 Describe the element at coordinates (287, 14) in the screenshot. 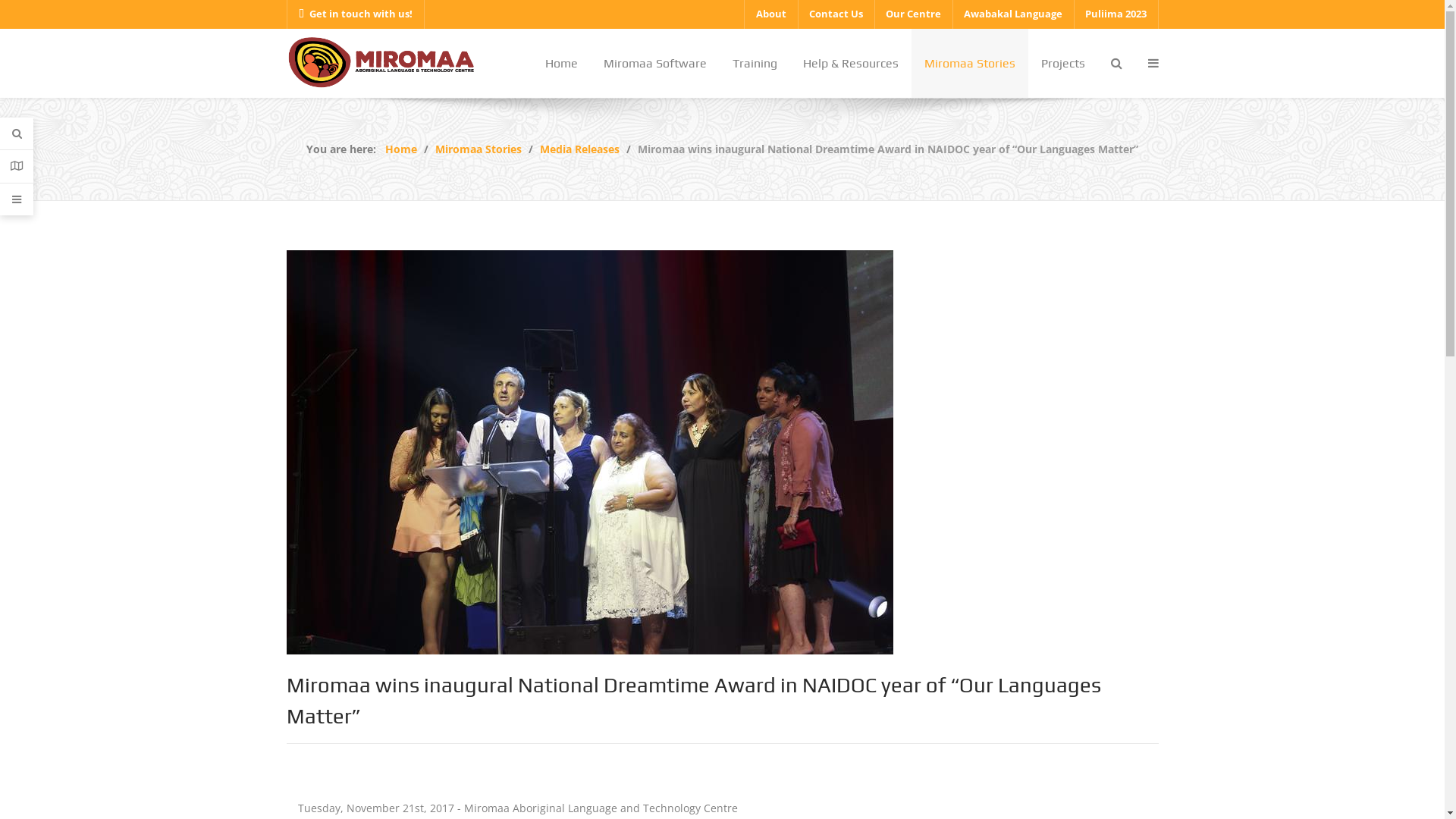

I see `'Get in touch with us!'` at that location.